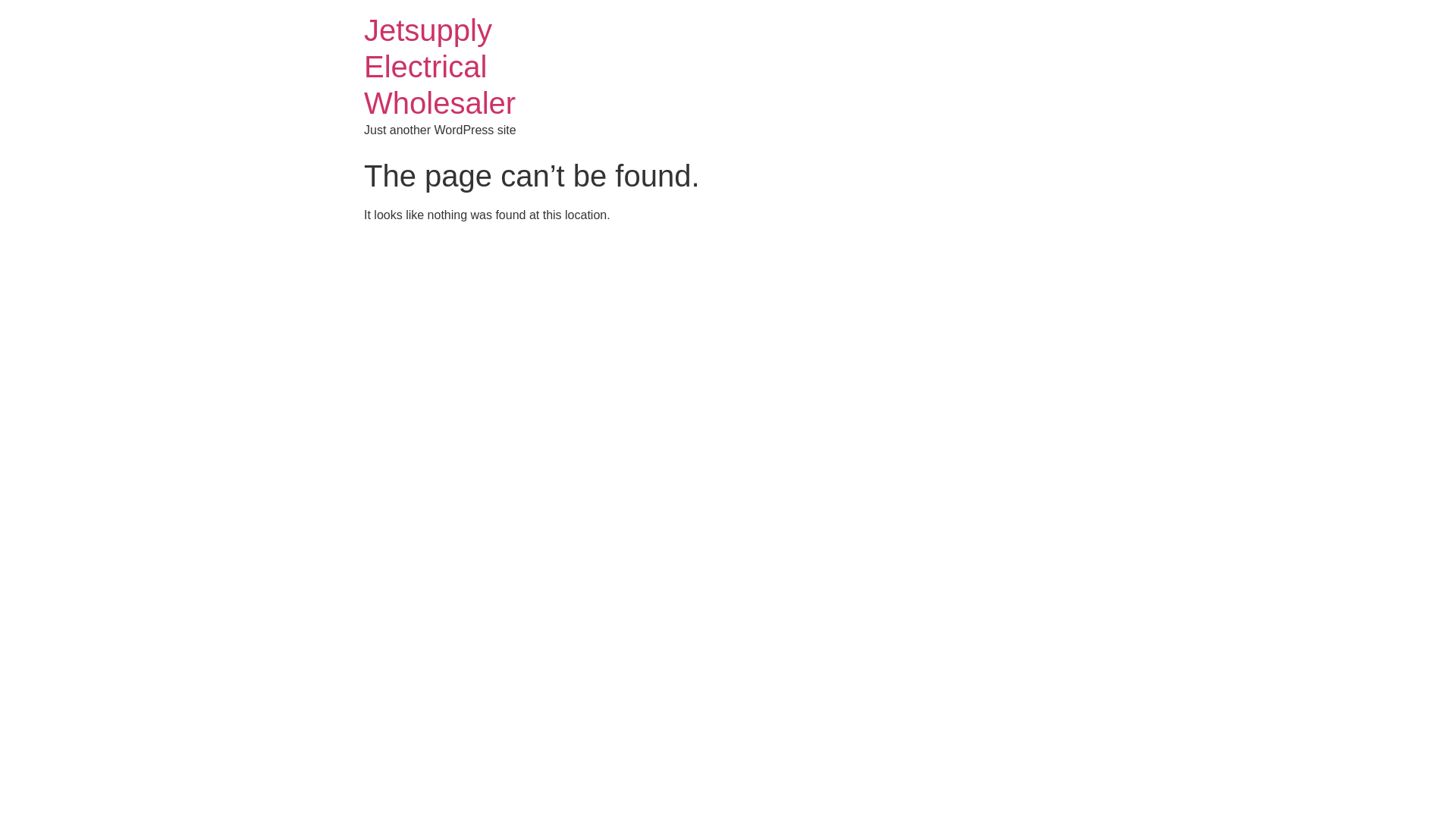  What do you see at coordinates (439, 66) in the screenshot?
I see `'Jetsupply Electrical Wholesaler'` at bounding box center [439, 66].